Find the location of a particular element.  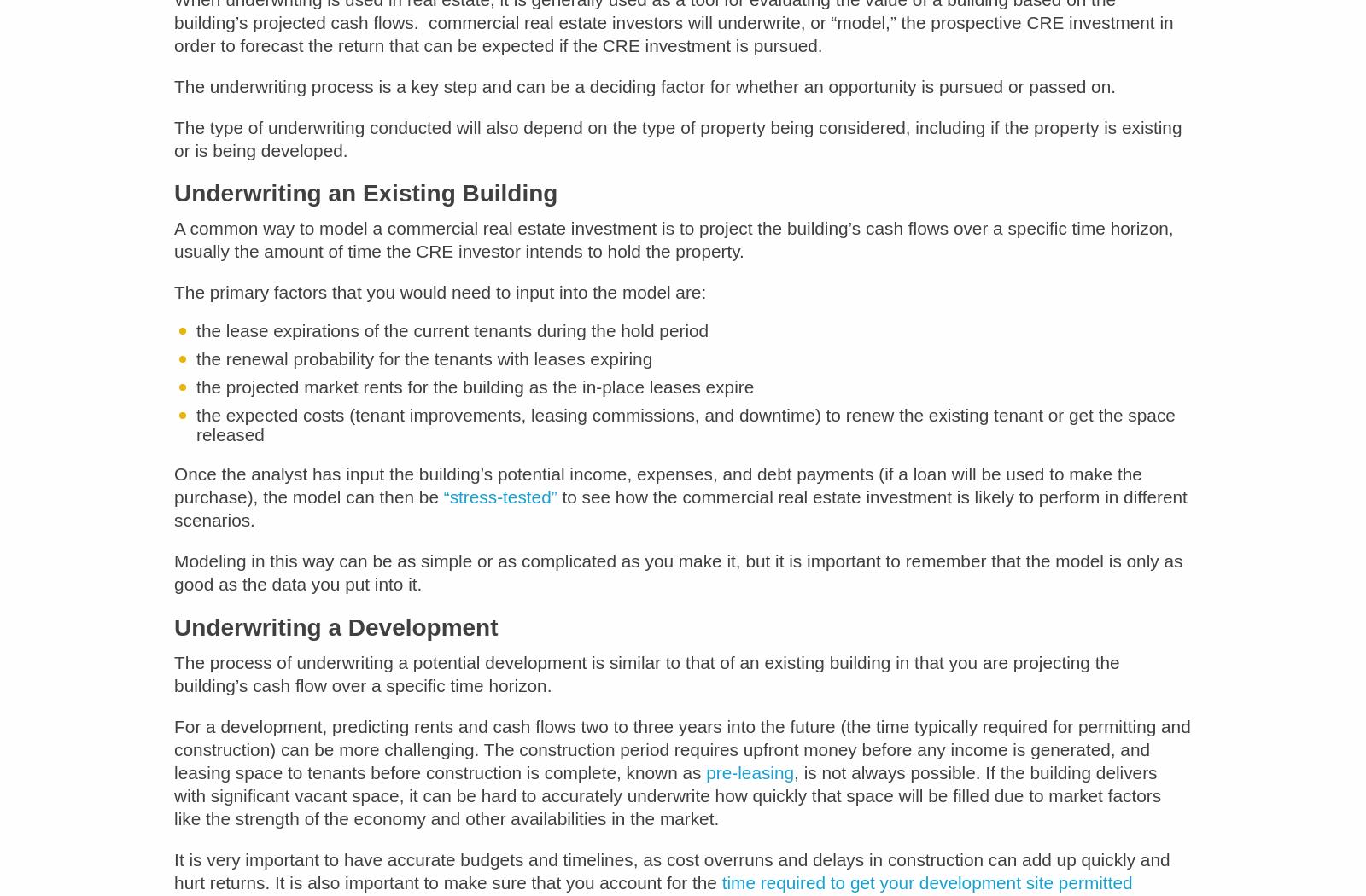

', is not always possible. If the building delivers with significant vacant space, it can be hard to accurately underwrite how quickly that space will be filled due to market factors like the strength of the economy and other availabilities in the market.' is located at coordinates (668, 806).